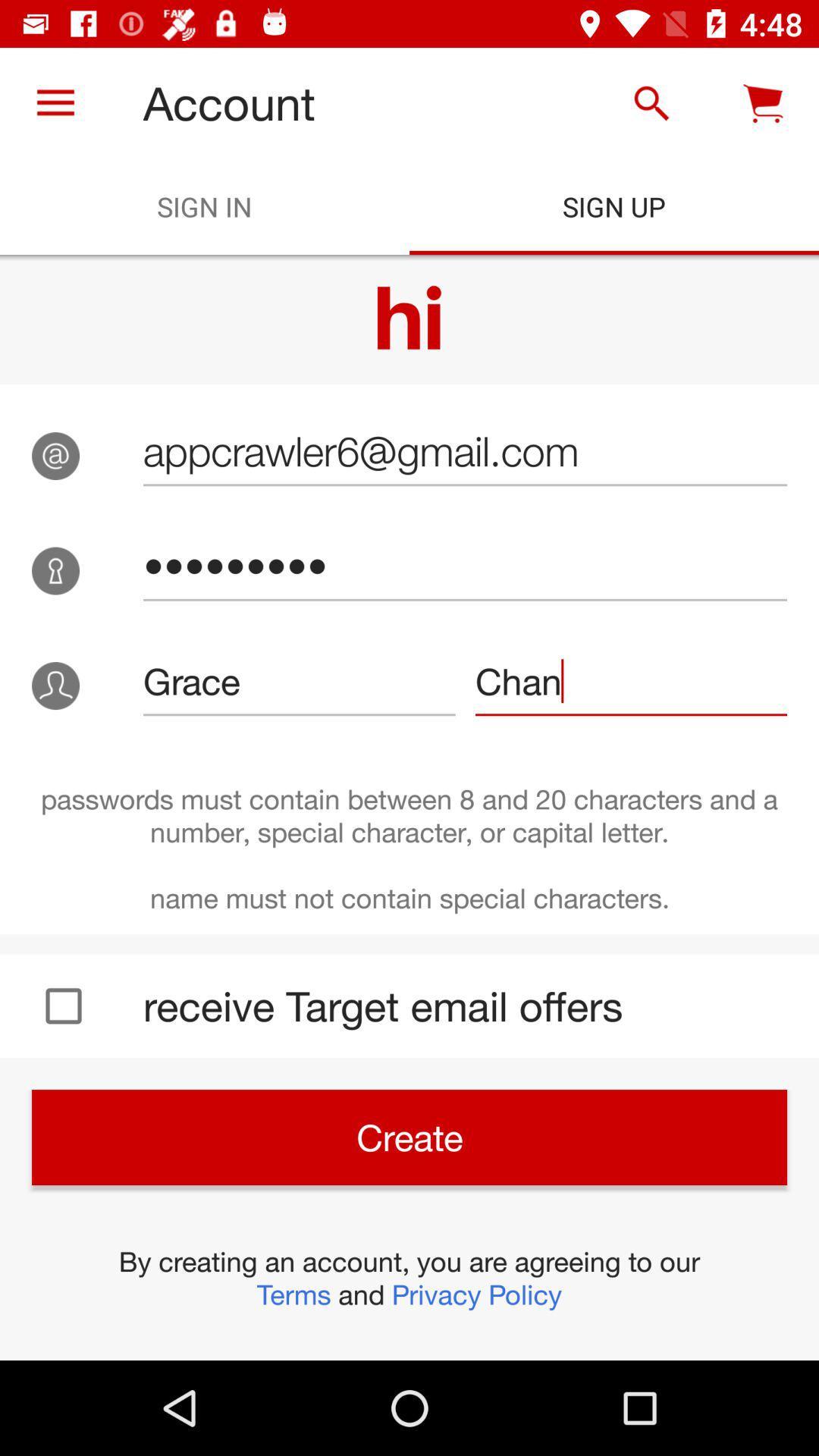  Describe the element at coordinates (631, 680) in the screenshot. I see `chan item` at that location.